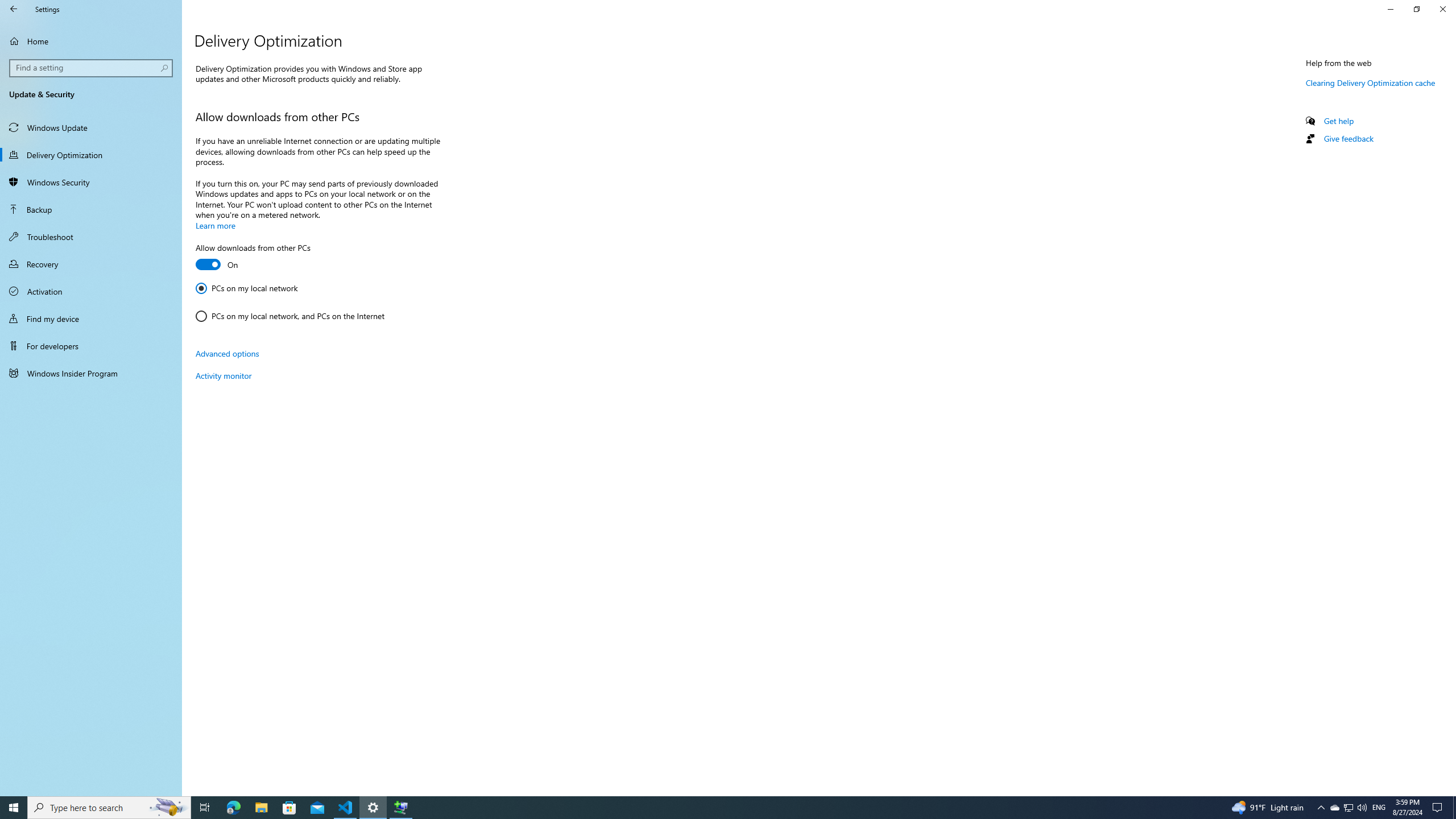  Describe the element at coordinates (706, 806) in the screenshot. I see `'Running applications'` at that location.